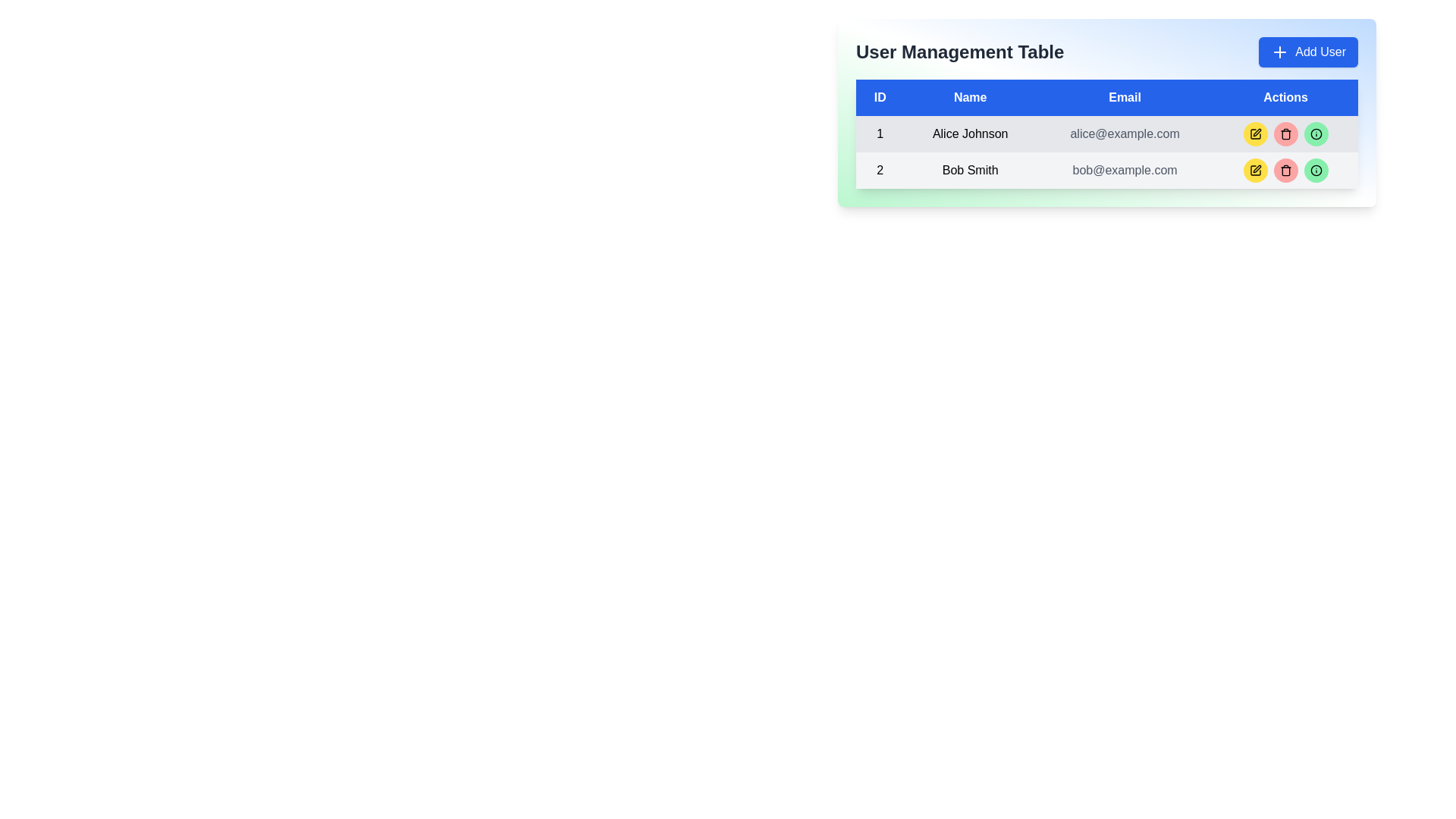 This screenshot has width=1456, height=819. What do you see at coordinates (1256, 131) in the screenshot?
I see `the edit icon button in the Actions column of the user management table` at bounding box center [1256, 131].